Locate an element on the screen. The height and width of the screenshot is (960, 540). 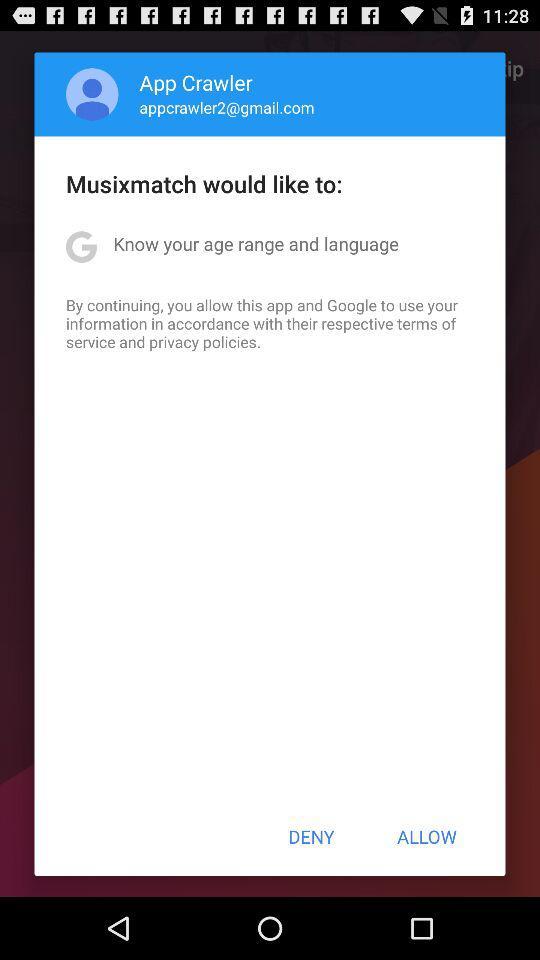
the app crawler is located at coordinates (196, 82).